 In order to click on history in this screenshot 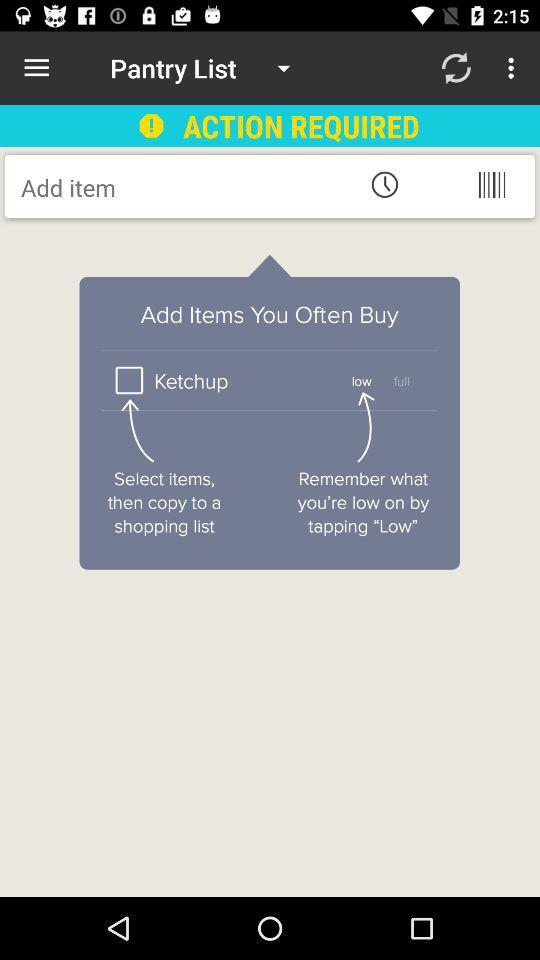, I will do `click(384, 184)`.